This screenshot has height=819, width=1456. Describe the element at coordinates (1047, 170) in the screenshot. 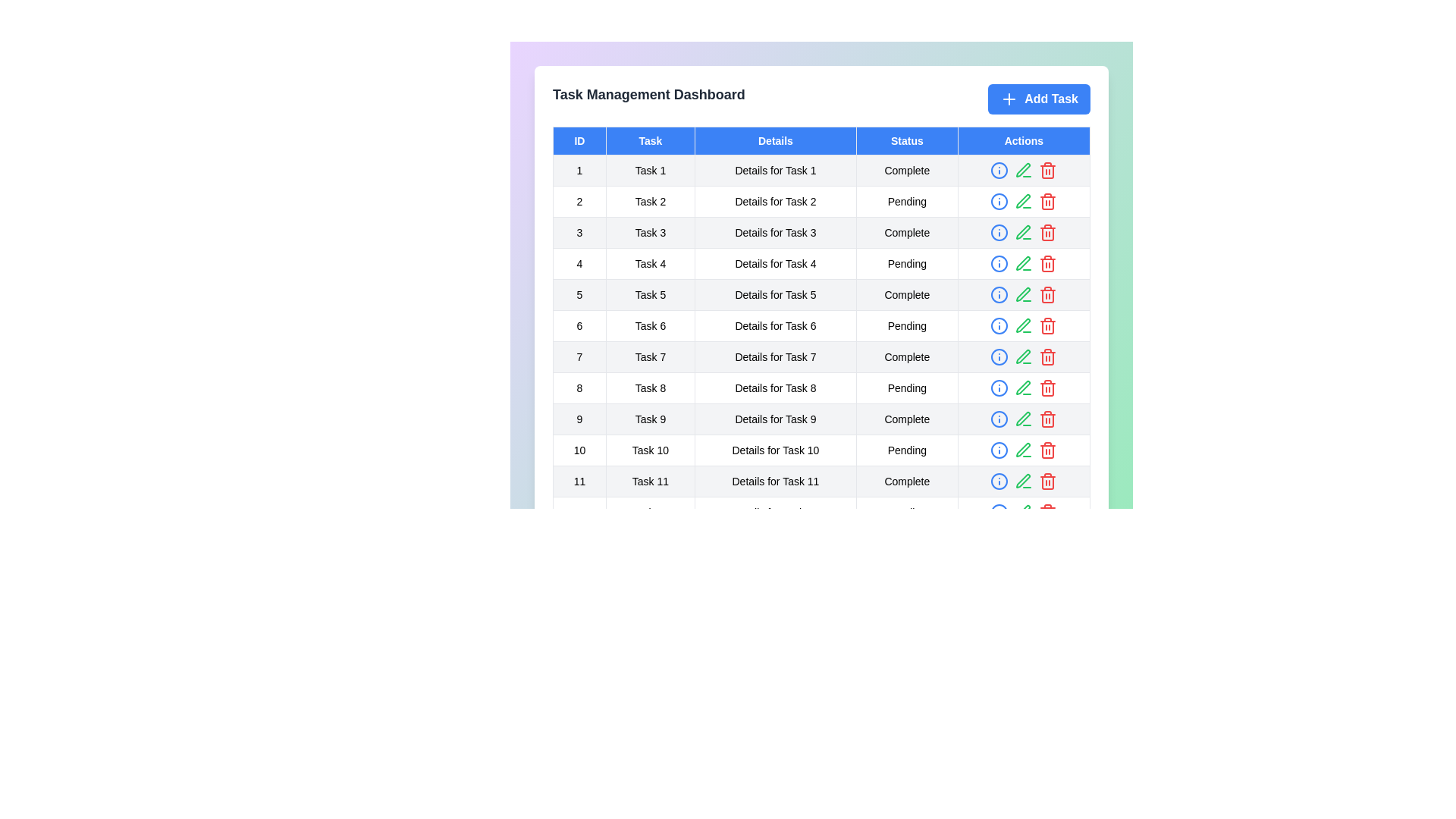

I see `the button with the text Delete to display its hint` at that location.